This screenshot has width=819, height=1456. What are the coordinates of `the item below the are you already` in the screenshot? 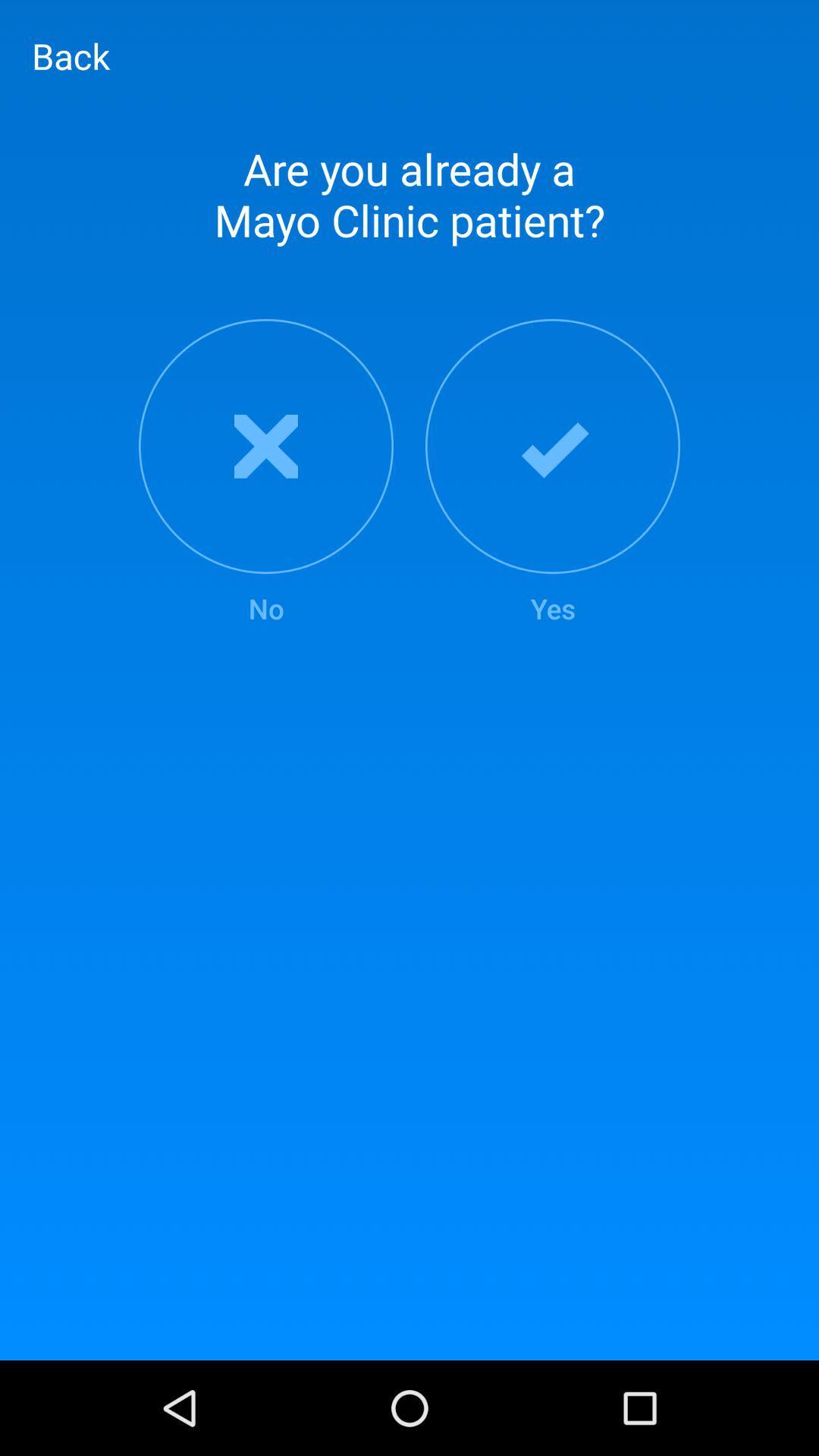 It's located at (265, 472).